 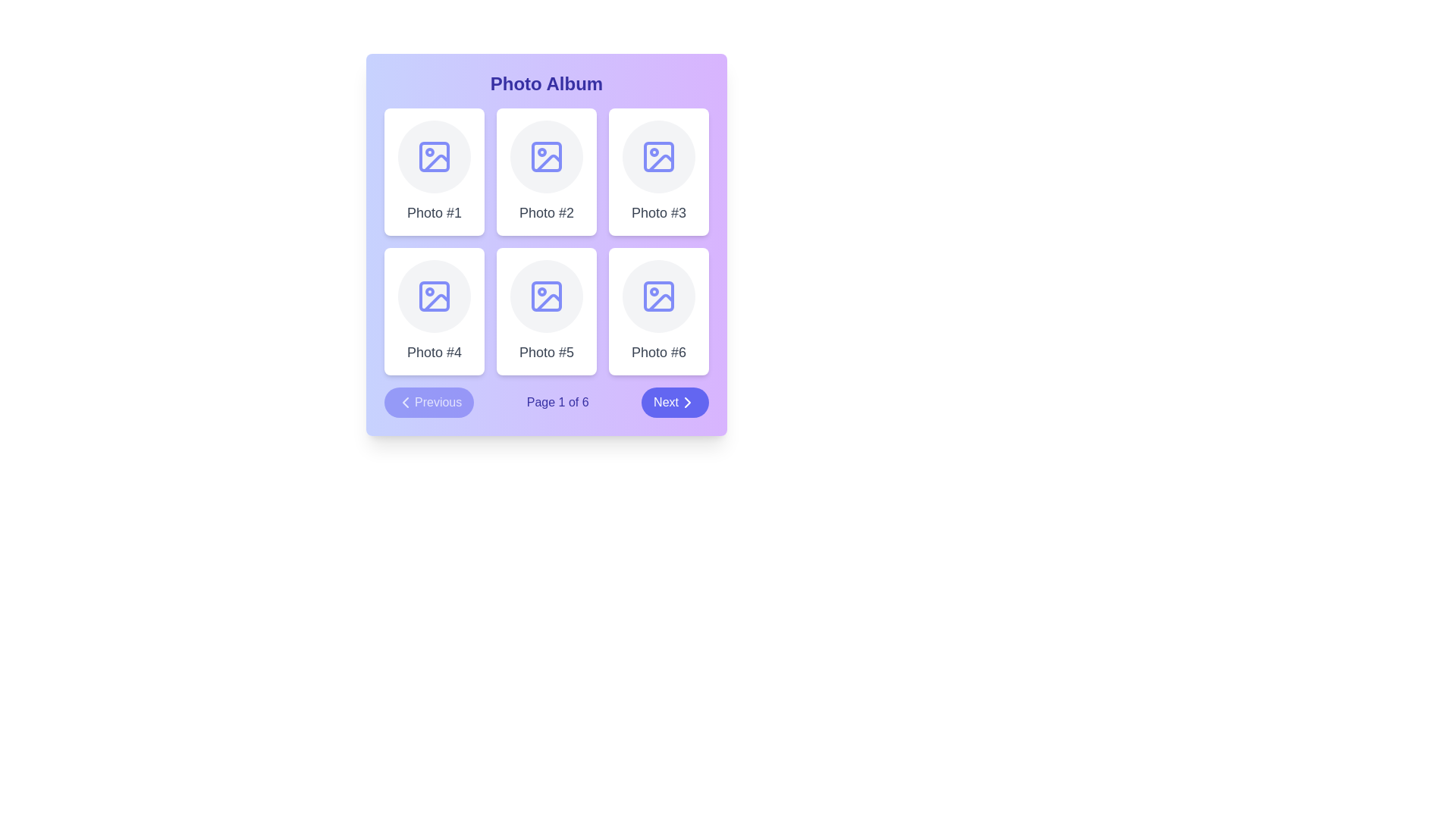 I want to click on the mountain landscape line icon located inside the fourth photo placeholder icon in the grid layout of the photo album interface, so click(x=436, y=302).